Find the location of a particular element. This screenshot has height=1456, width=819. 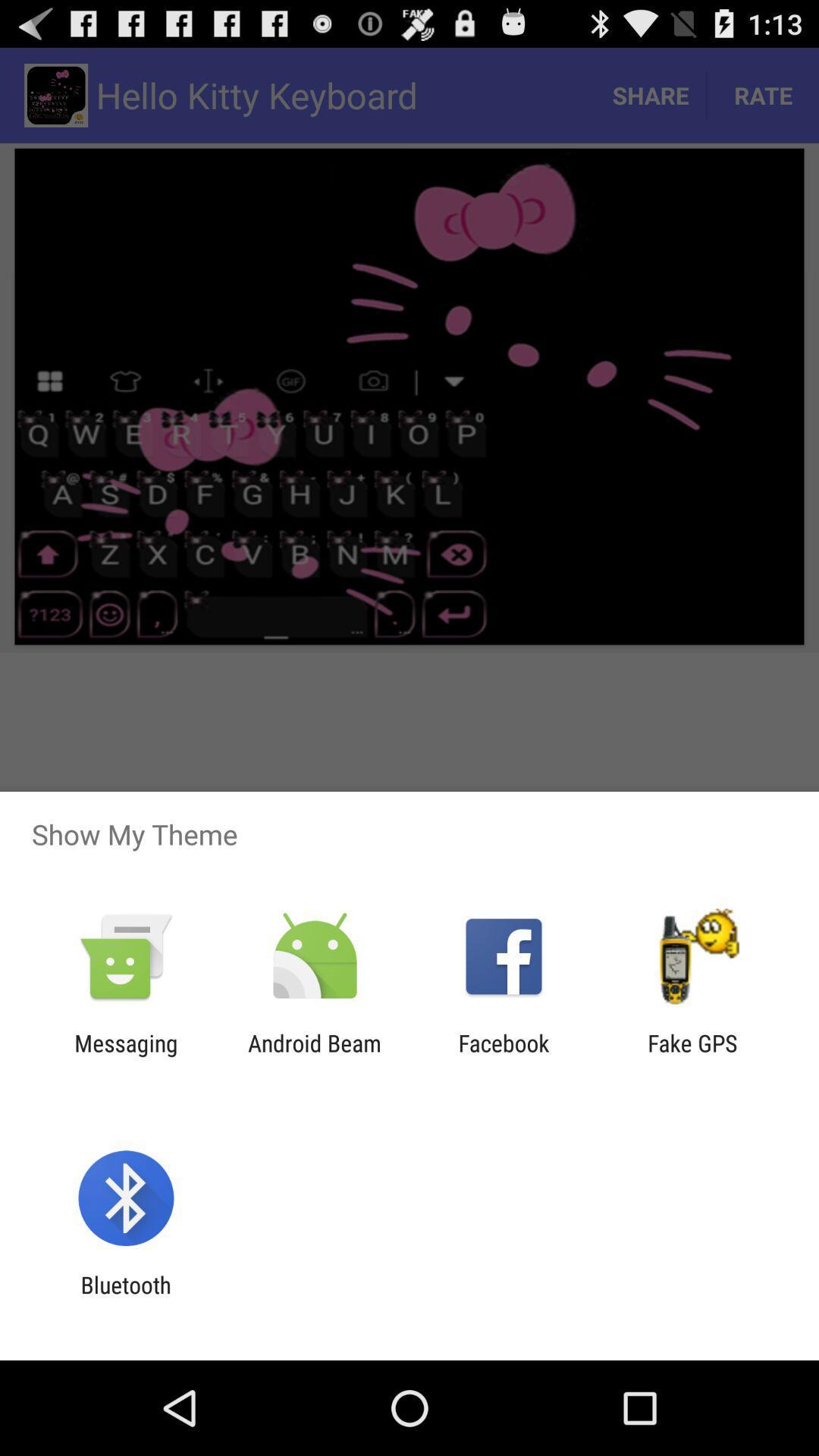

the icon to the left of the facebook app is located at coordinates (314, 1056).